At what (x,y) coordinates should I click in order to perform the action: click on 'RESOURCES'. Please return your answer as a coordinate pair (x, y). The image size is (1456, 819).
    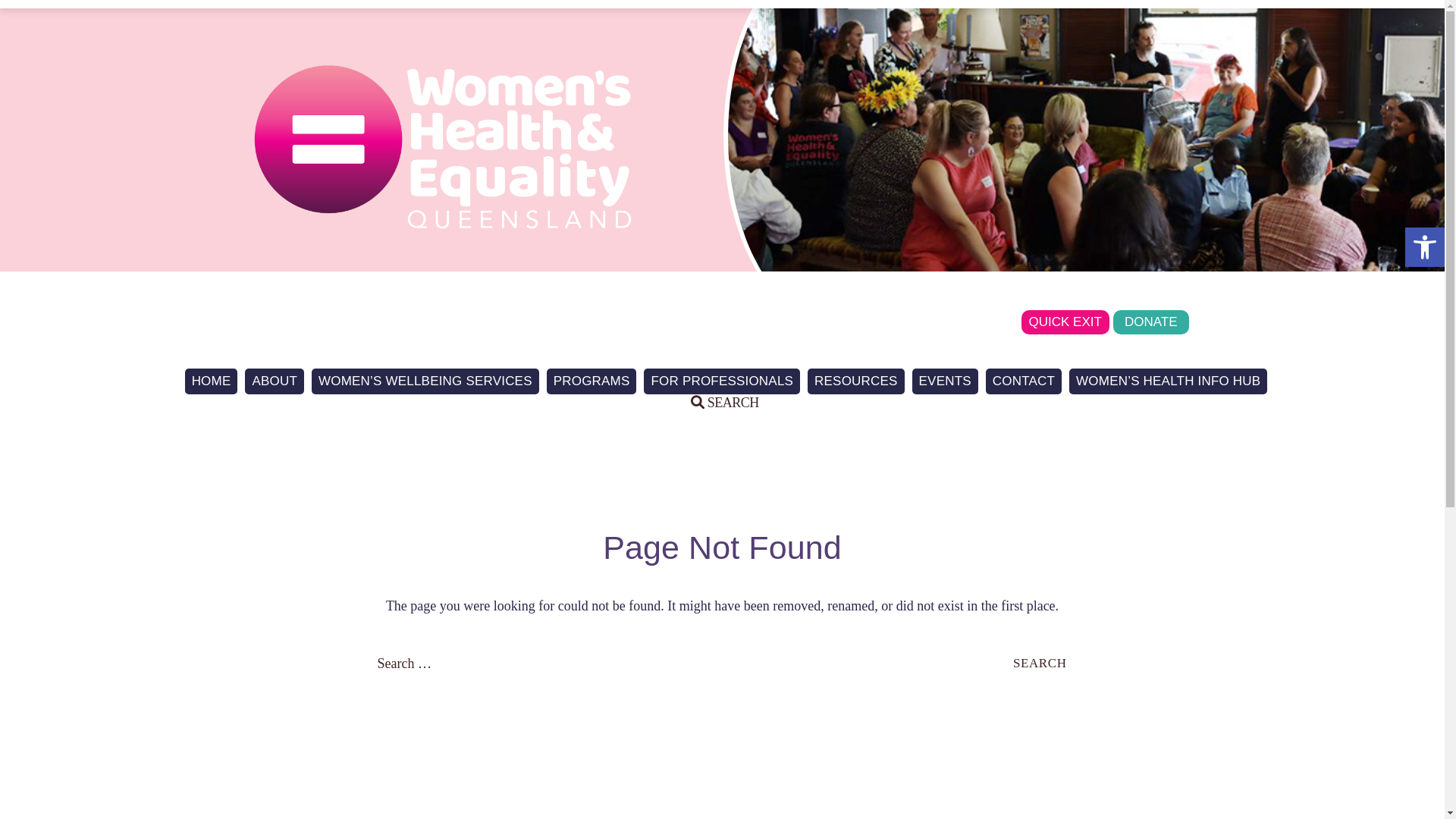
    Looking at the image, I should click on (855, 380).